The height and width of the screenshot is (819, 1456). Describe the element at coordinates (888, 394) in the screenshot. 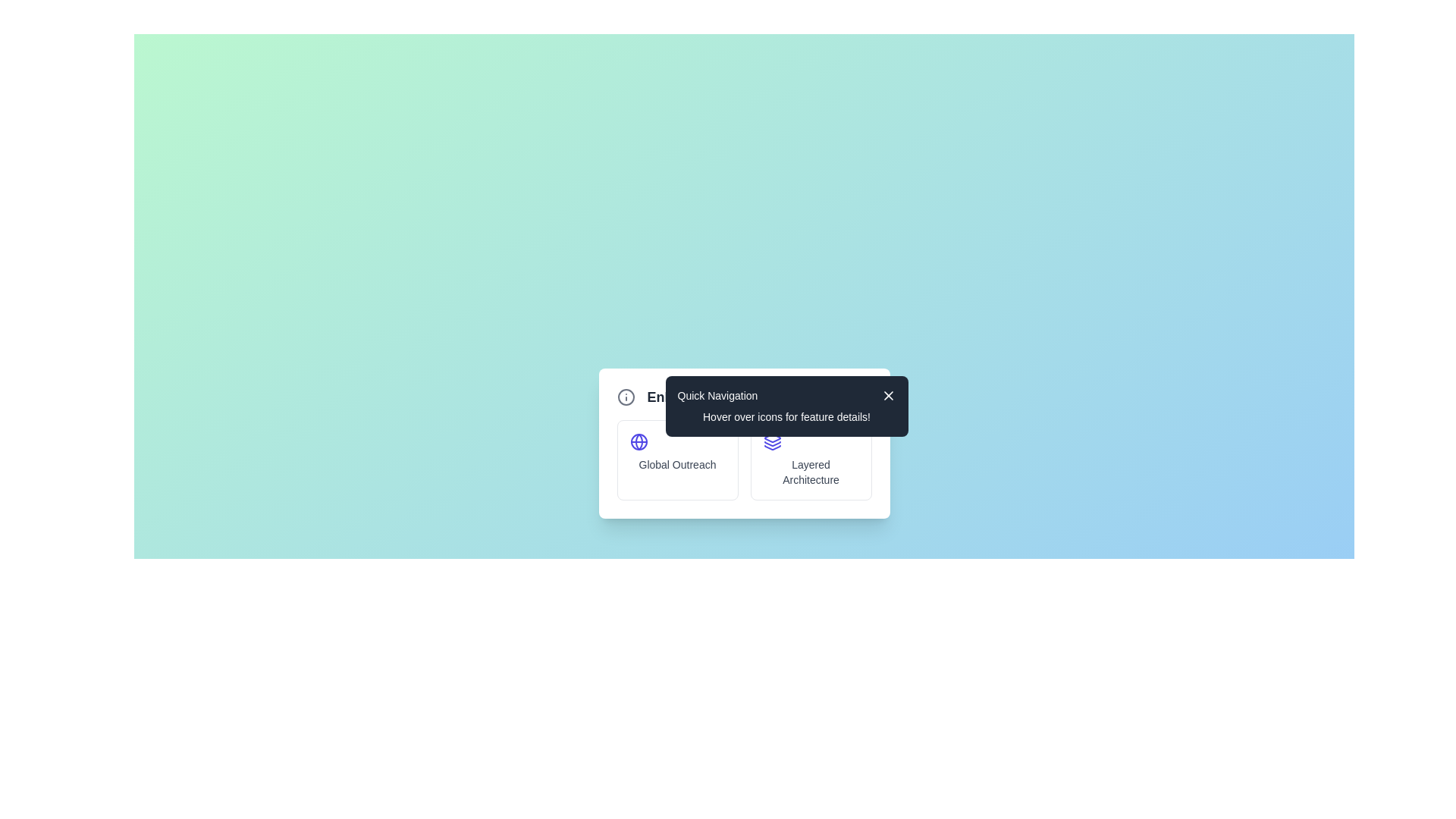

I see `the graphical diagonal line element within the close button located in the upper-right corner of the 'Quick Navigation' tooltip box` at that location.